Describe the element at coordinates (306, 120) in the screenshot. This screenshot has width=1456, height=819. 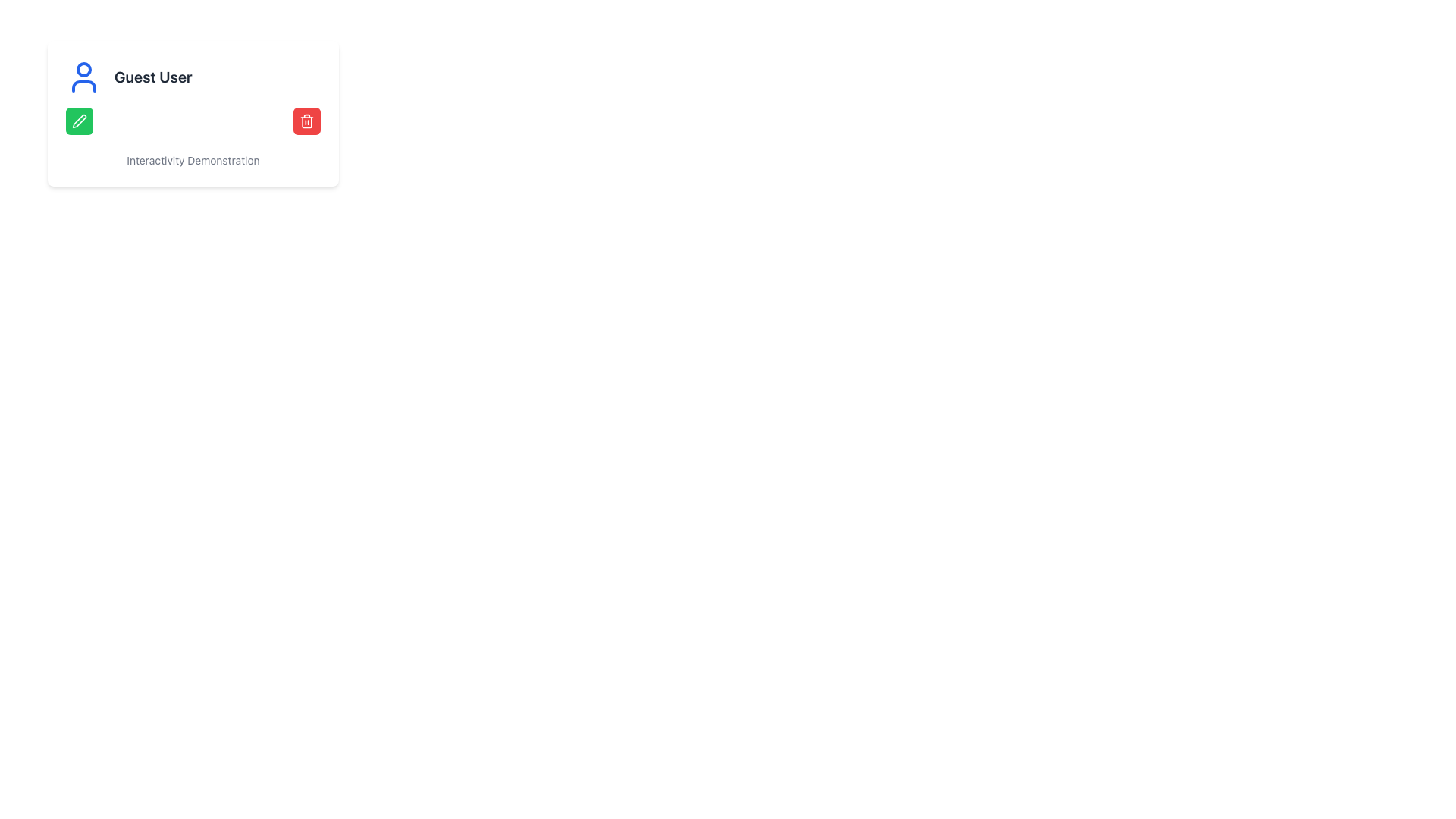
I see `the red button with rounded edges and a trash can icon` at that location.